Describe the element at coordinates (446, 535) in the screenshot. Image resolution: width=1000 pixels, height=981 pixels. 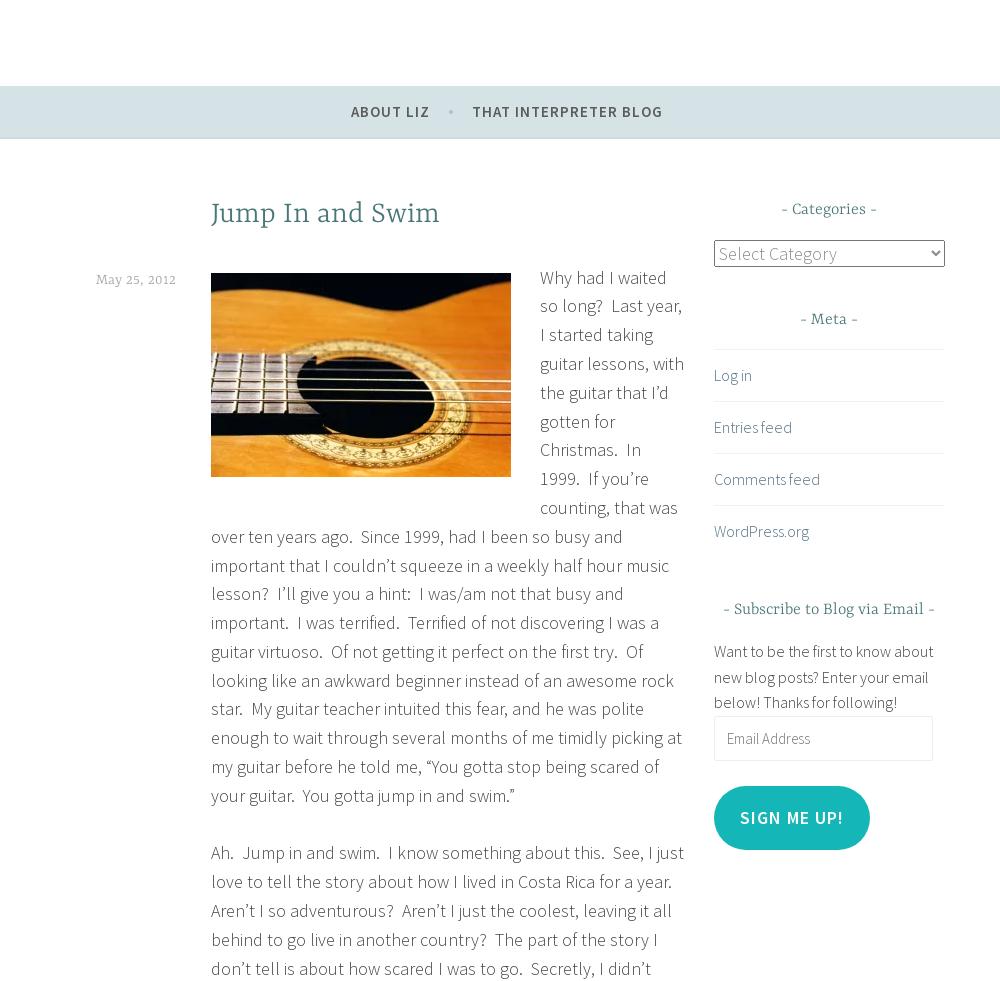
I see `'Why had I waited so long?  Last year, I started taking guitar lessons, with the guitar that I’d gotten for Christmas.  In 1999.  If you’re counting, that was over ten years ago.  Since 1999, had I been so busy and important that I couldn’t squeeze in a weekly half hour music lesson?  I’ll give you a hint:  I was/am not that busy and important.  I was terrified.  Terrified of not discovering I was a guitar virtuoso.  Of not getting it perfect on the first try.  Of looking like an awkward beginner instead of an awesome rock star.  My guitar teacher intuited this fear, and he was polite enough to wait through several months of me timidly picking at my guitar before he told me, “You gotta stop being scared of your guitar.  You gotta jump in and swim.”'` at that location.